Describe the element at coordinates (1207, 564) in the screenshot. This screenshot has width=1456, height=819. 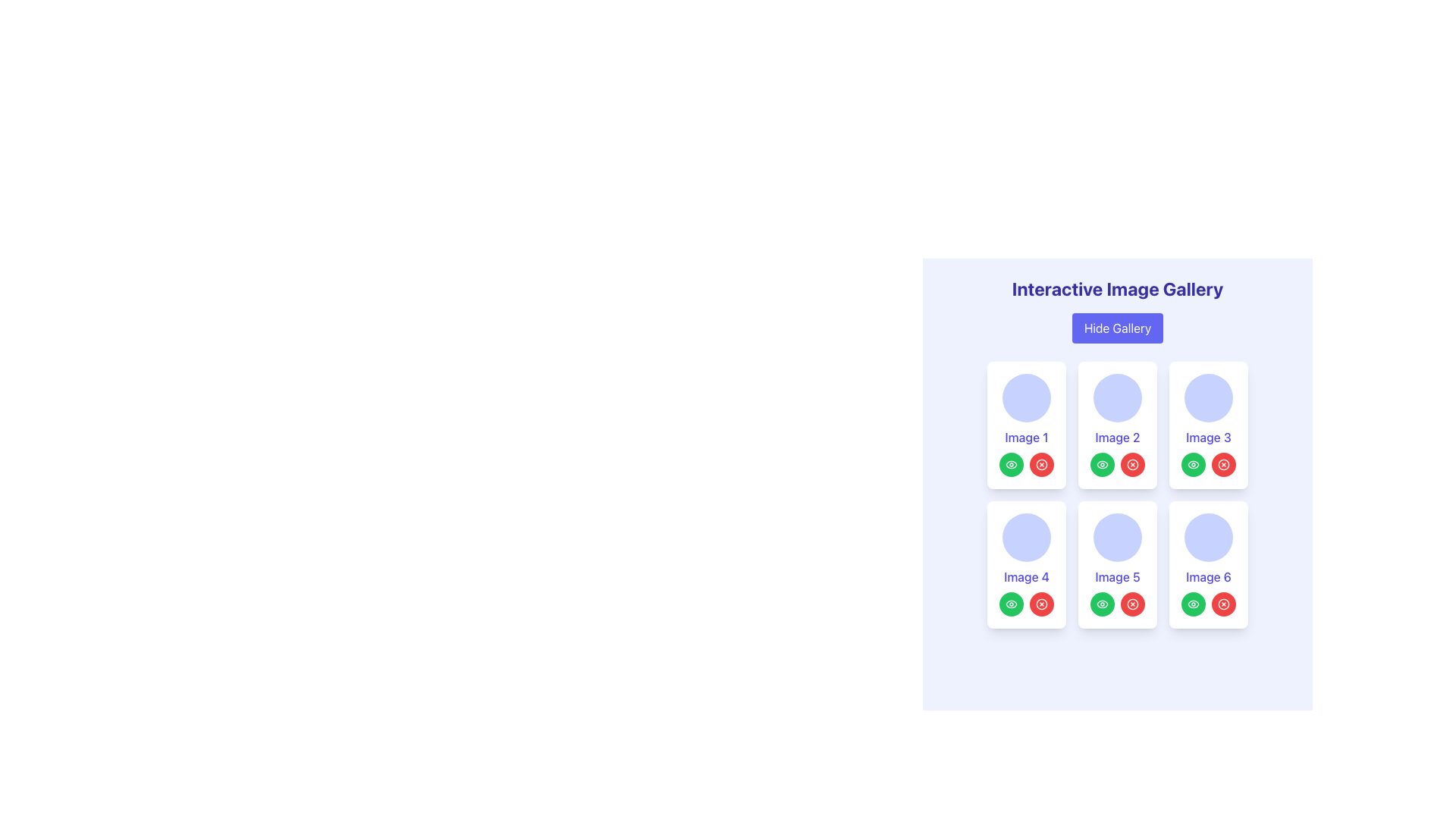
I see `the Card Element located in the bottom-right position of a 3x2 grid layout` at that location.